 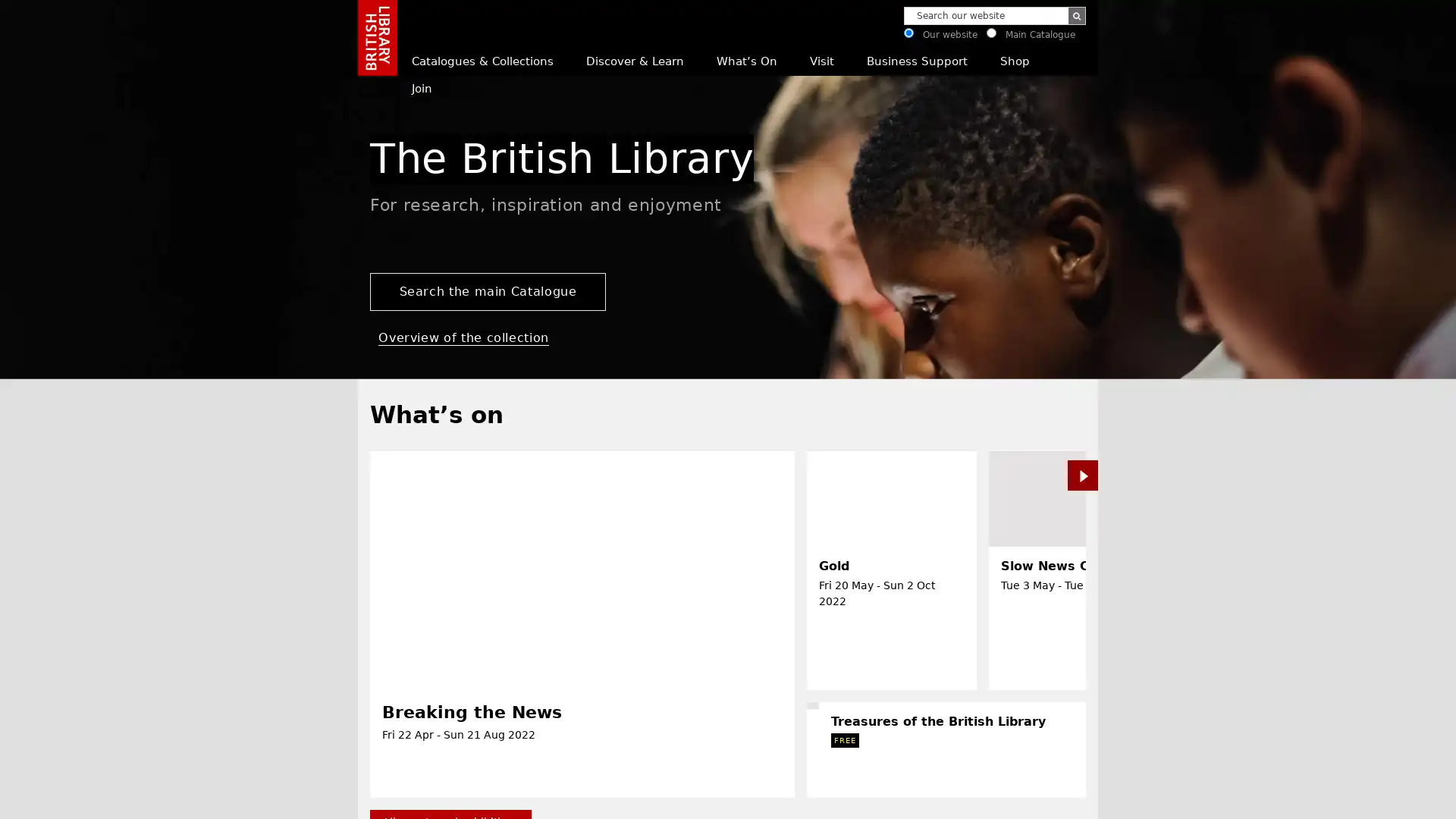 What do you see at coordinates (1347, 797) in the screenshot?
I see `Next` at bounding box center [1347, 797].